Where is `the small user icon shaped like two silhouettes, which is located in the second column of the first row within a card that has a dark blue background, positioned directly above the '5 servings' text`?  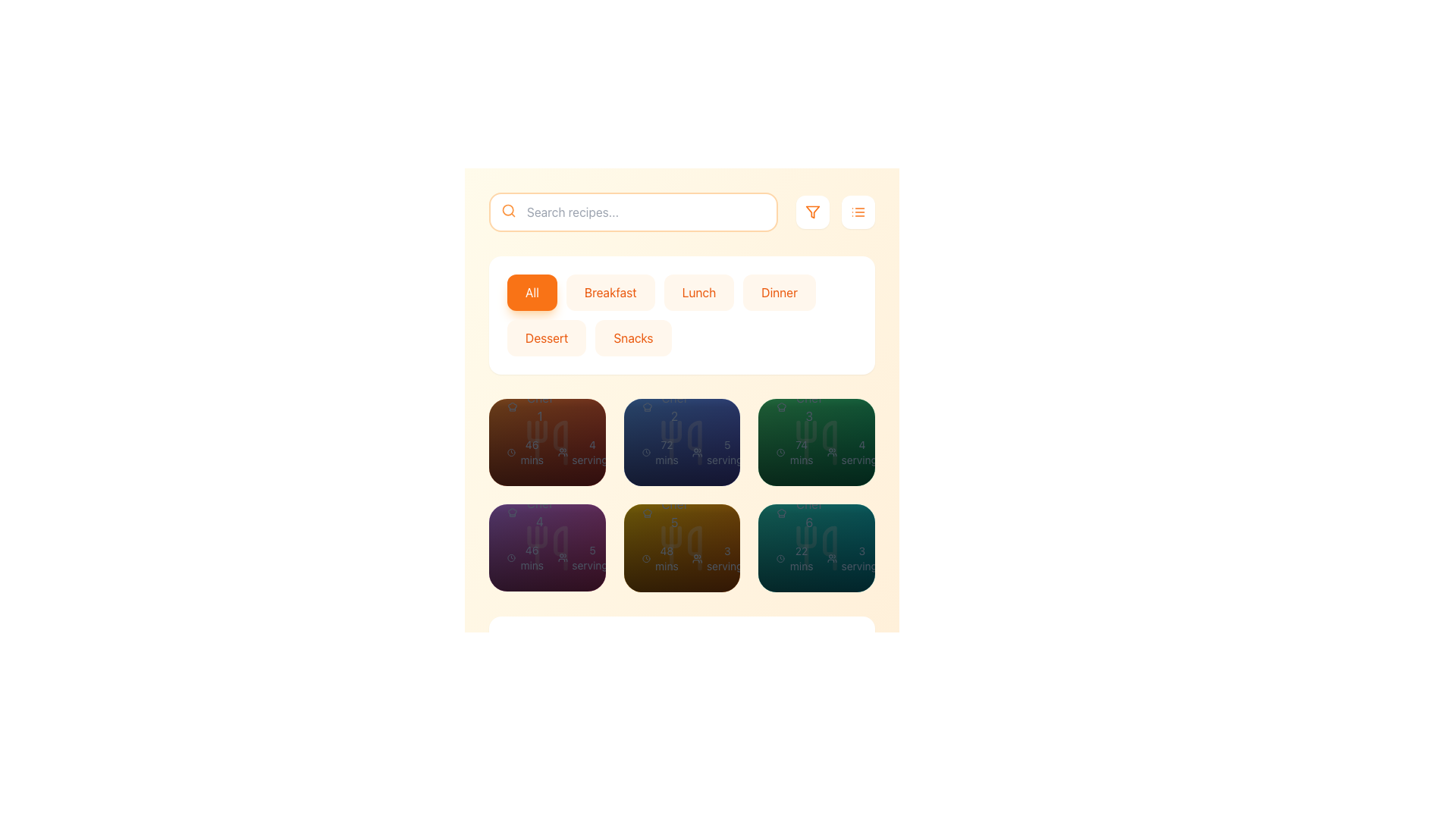
the small user icon shaped like two silhouettes, which is located in the second column of the first row within a card that has a dark blue background, positioned directly above the '5 servings' text is located at coordinates (697, 452).